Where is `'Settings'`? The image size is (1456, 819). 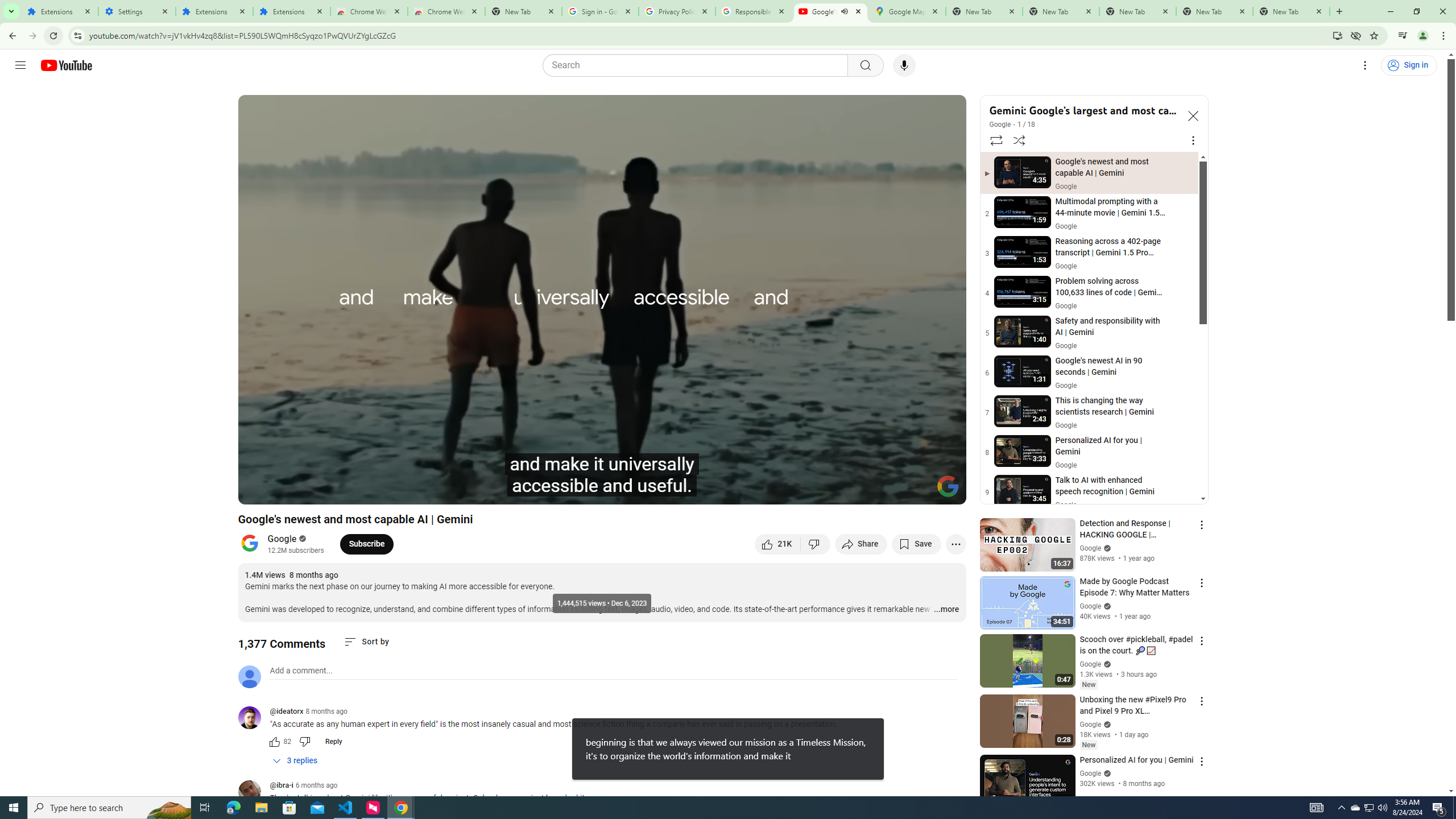
'Settings' is located at coordinates (136, 11).